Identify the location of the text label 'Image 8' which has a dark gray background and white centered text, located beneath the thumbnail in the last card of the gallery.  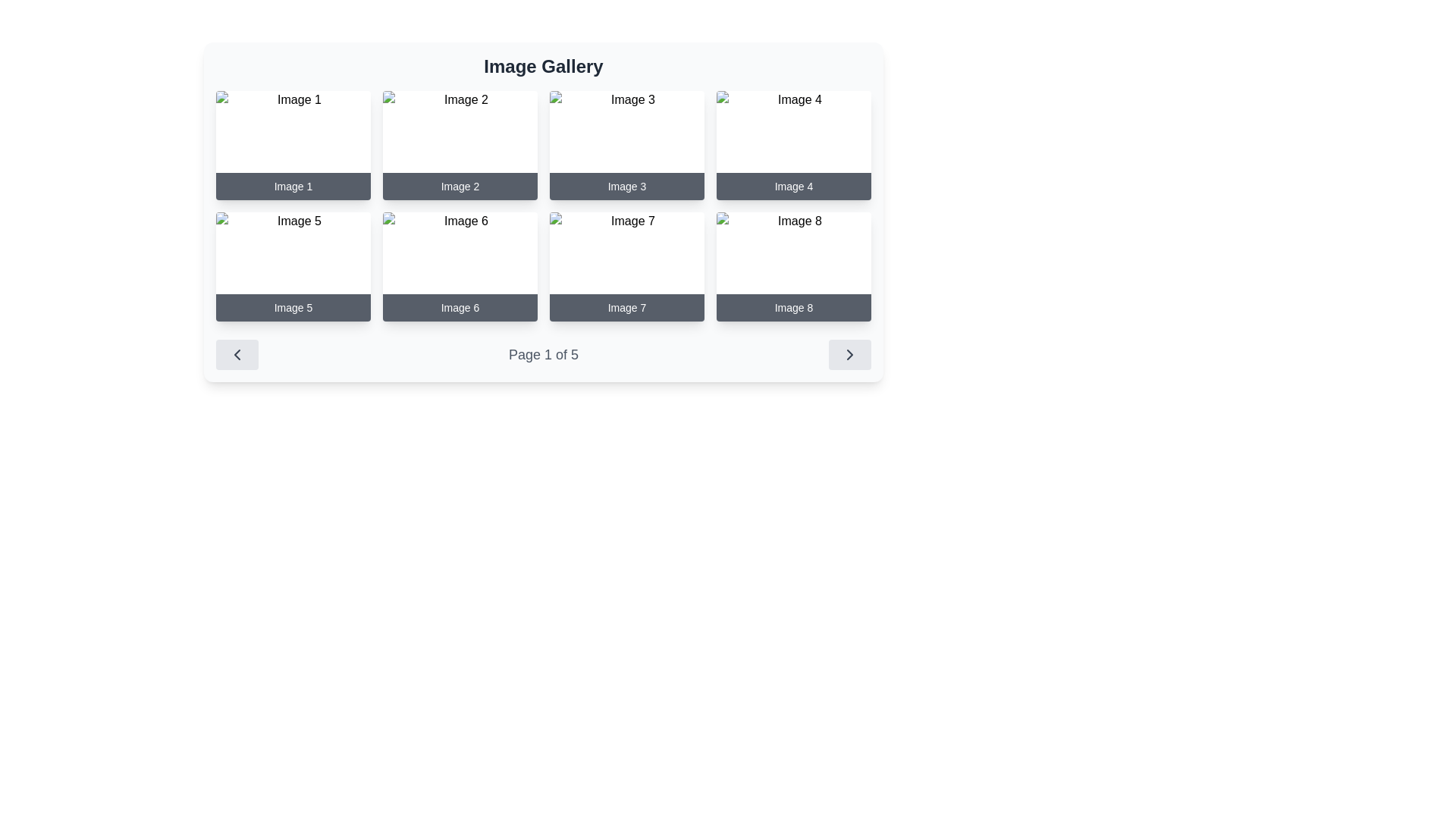
(792, 307).